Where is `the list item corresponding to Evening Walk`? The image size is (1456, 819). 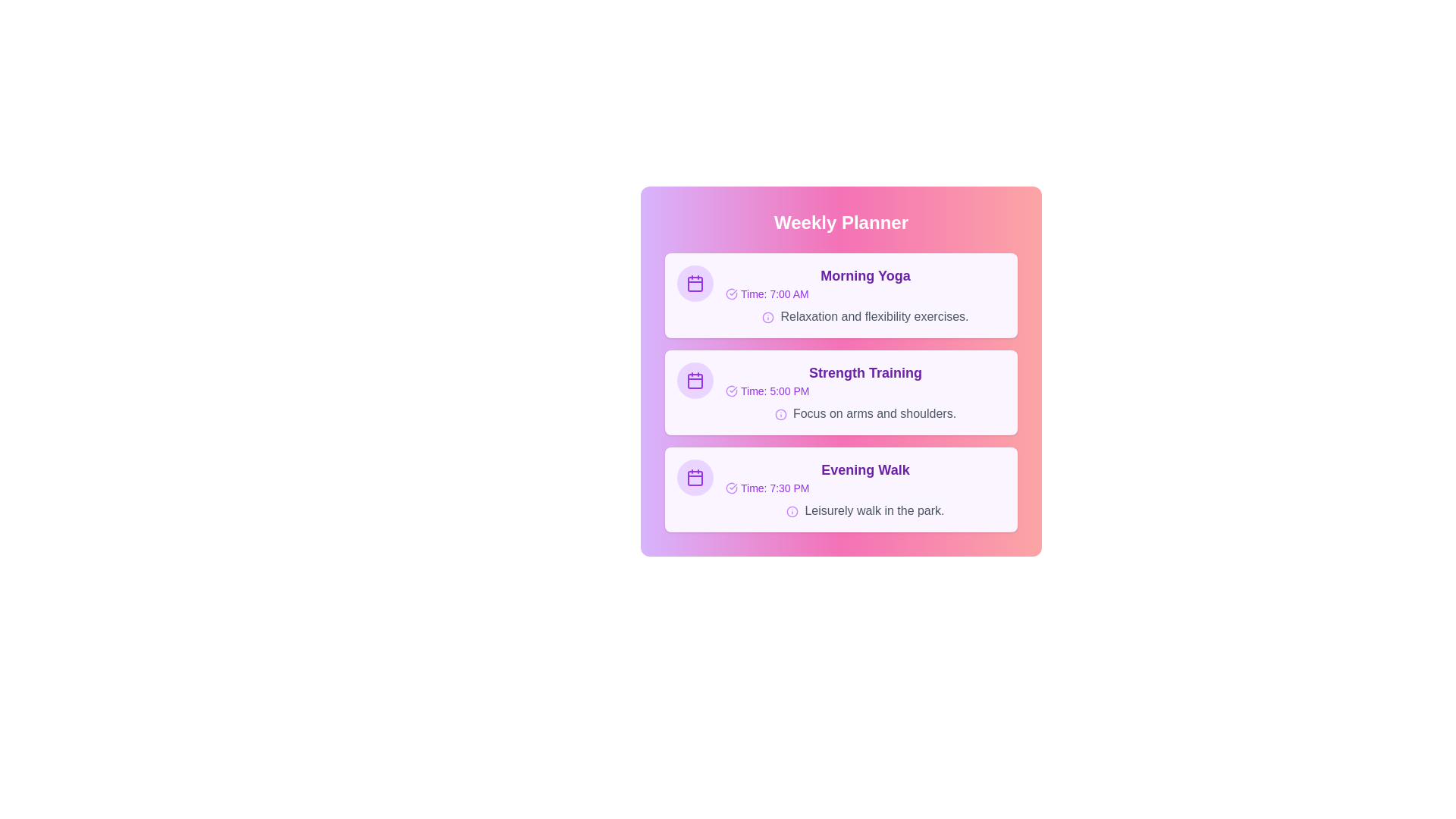
the list item corresponding to Evening Walk is located at coordinates (840, 489).